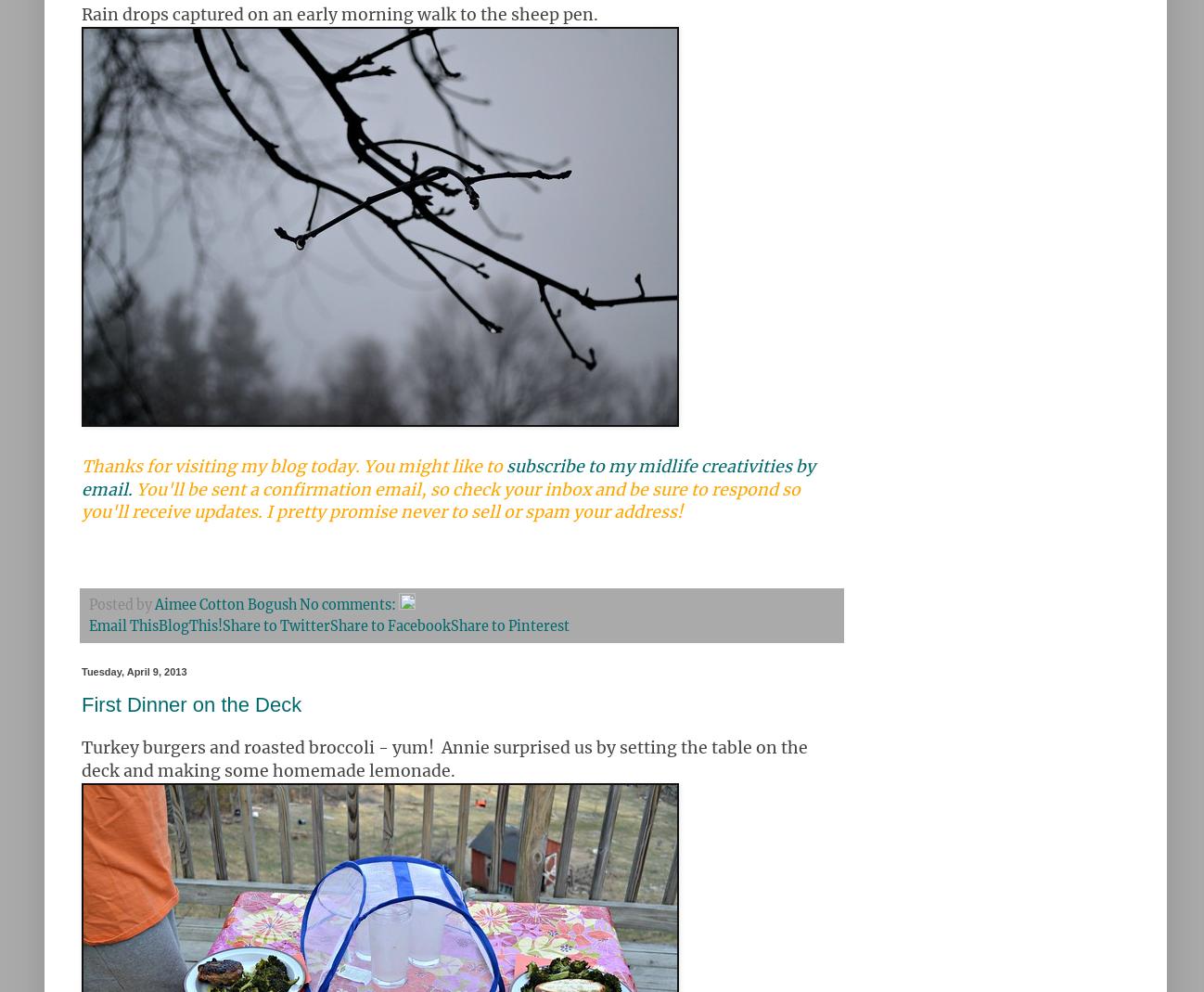 The width and height of the screenshot is (1204, 992). I want to click on 'BlogThis!', so click(190, 625).